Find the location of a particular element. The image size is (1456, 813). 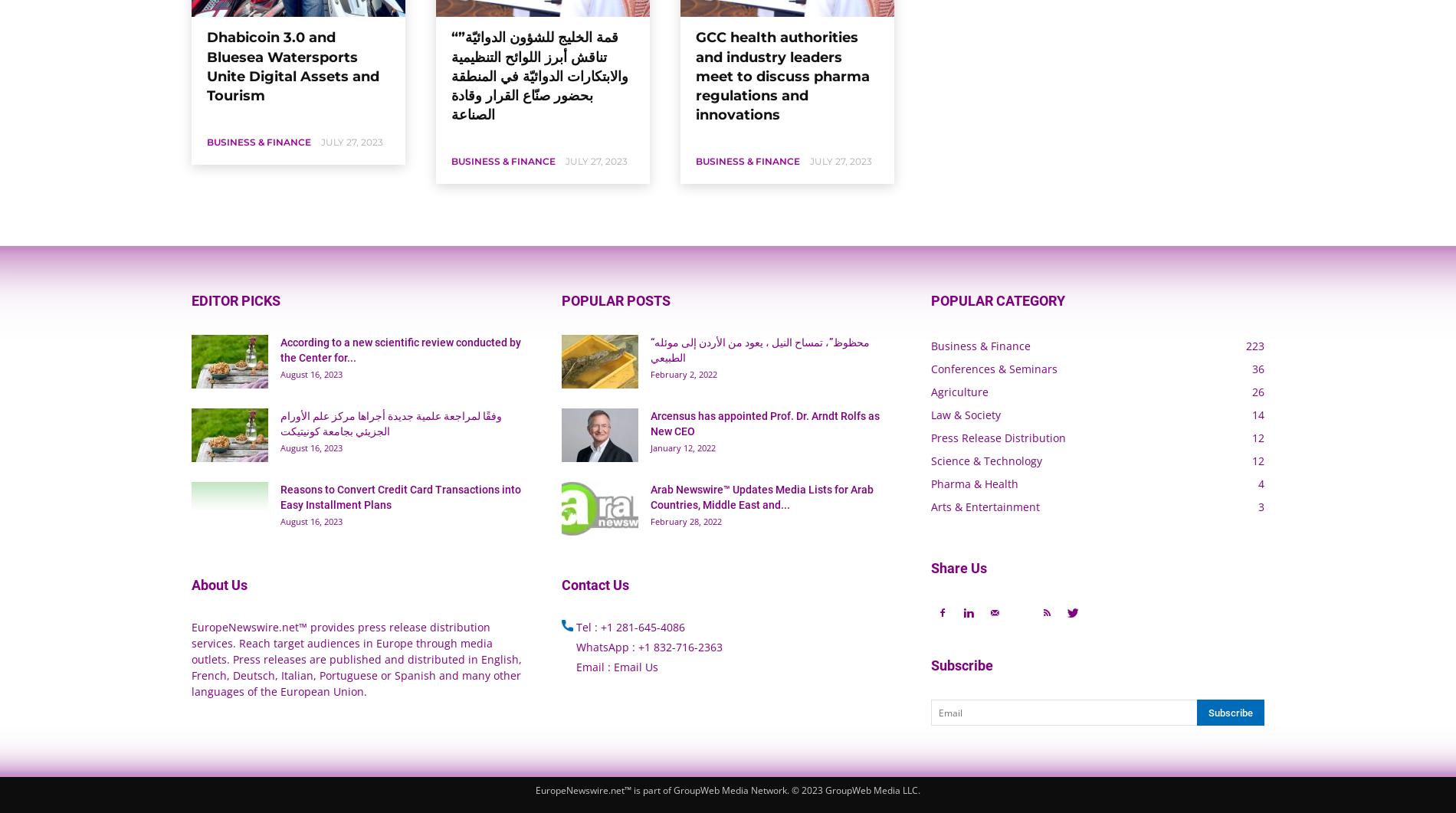

'Agriculture' is located at coordinates (959, 392).